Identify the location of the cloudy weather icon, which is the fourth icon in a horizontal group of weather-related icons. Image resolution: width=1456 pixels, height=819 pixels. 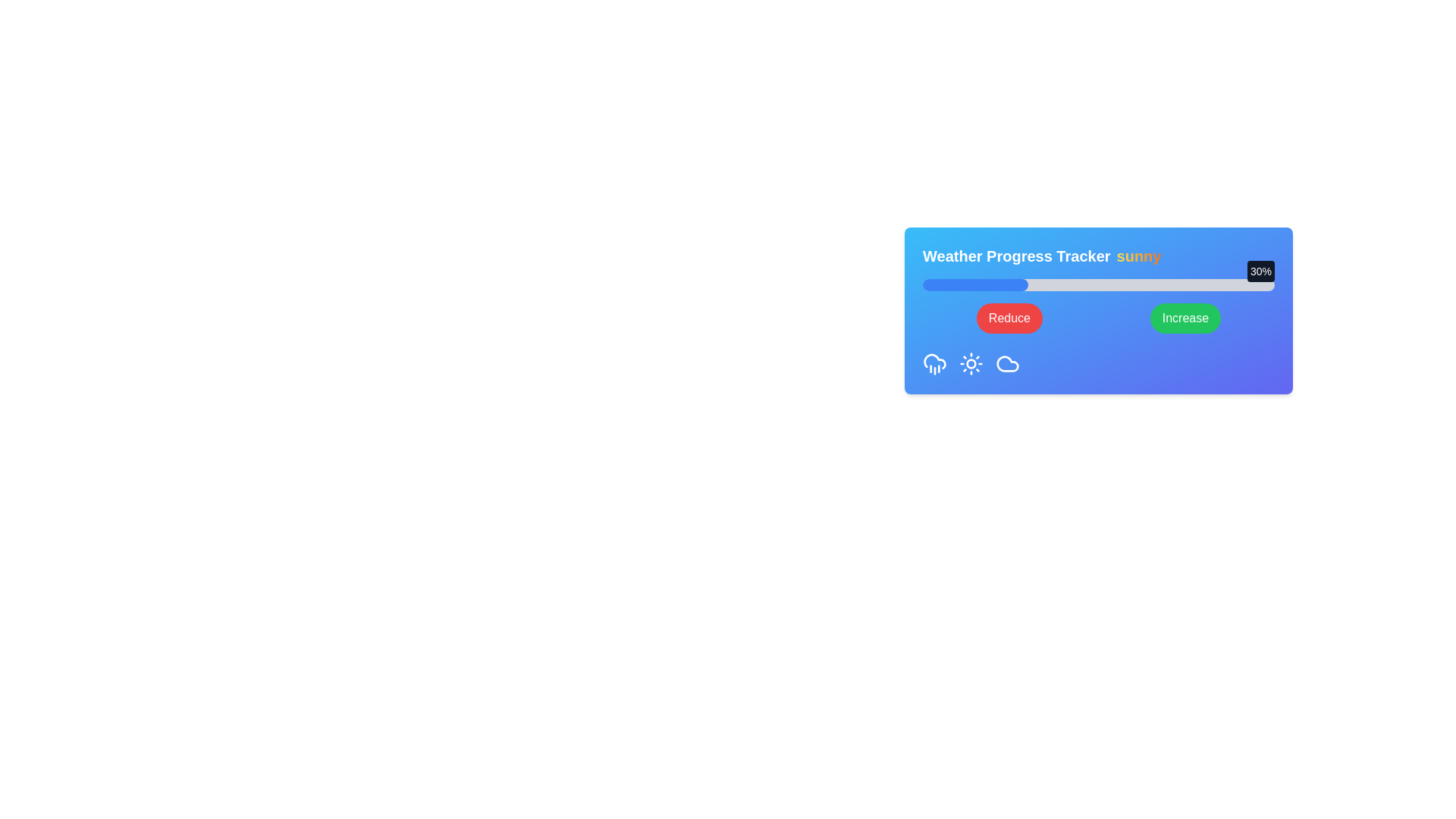
(1008, 363).